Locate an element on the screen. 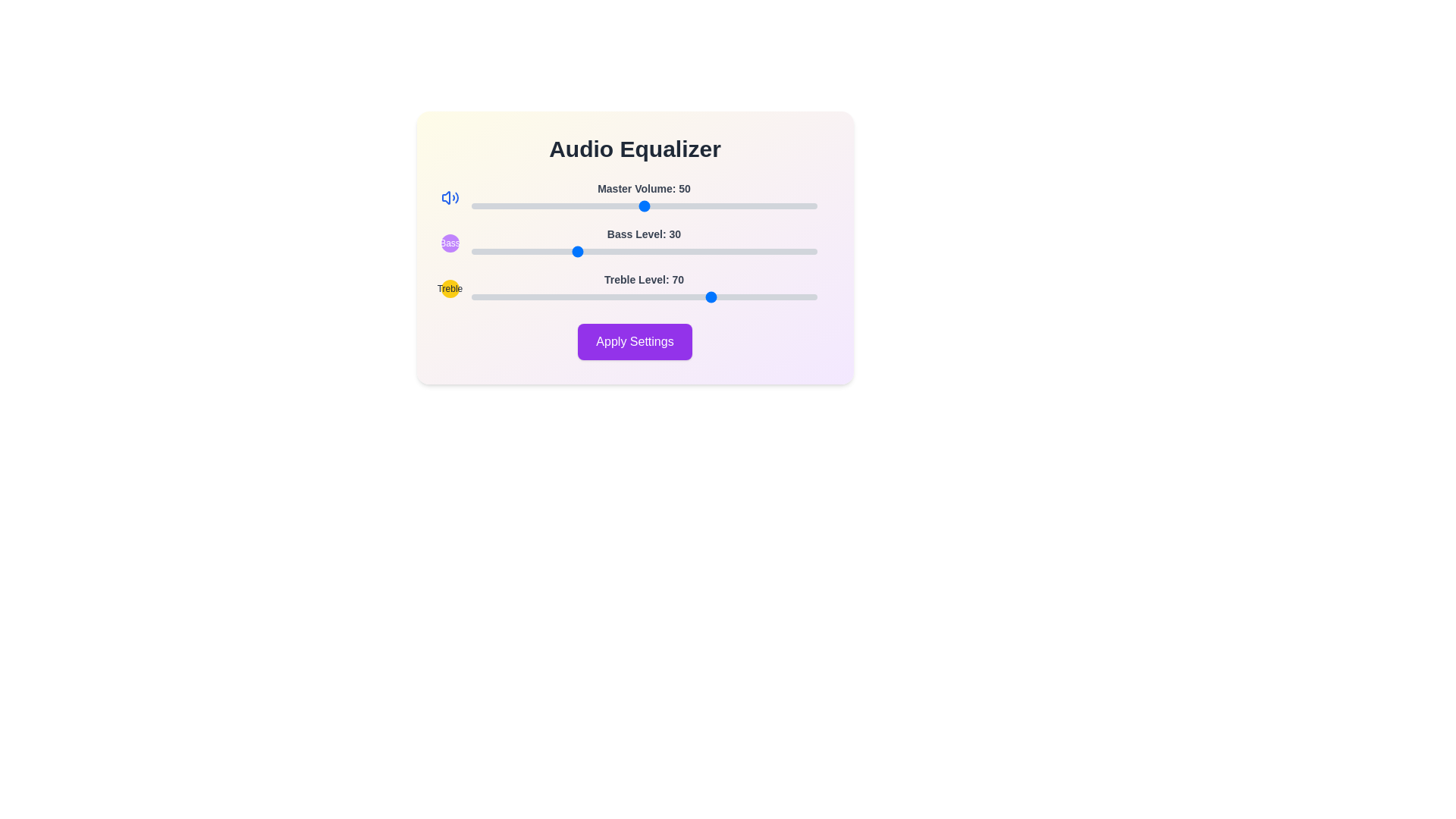  Master Volume is located at coordinates (799, 206).